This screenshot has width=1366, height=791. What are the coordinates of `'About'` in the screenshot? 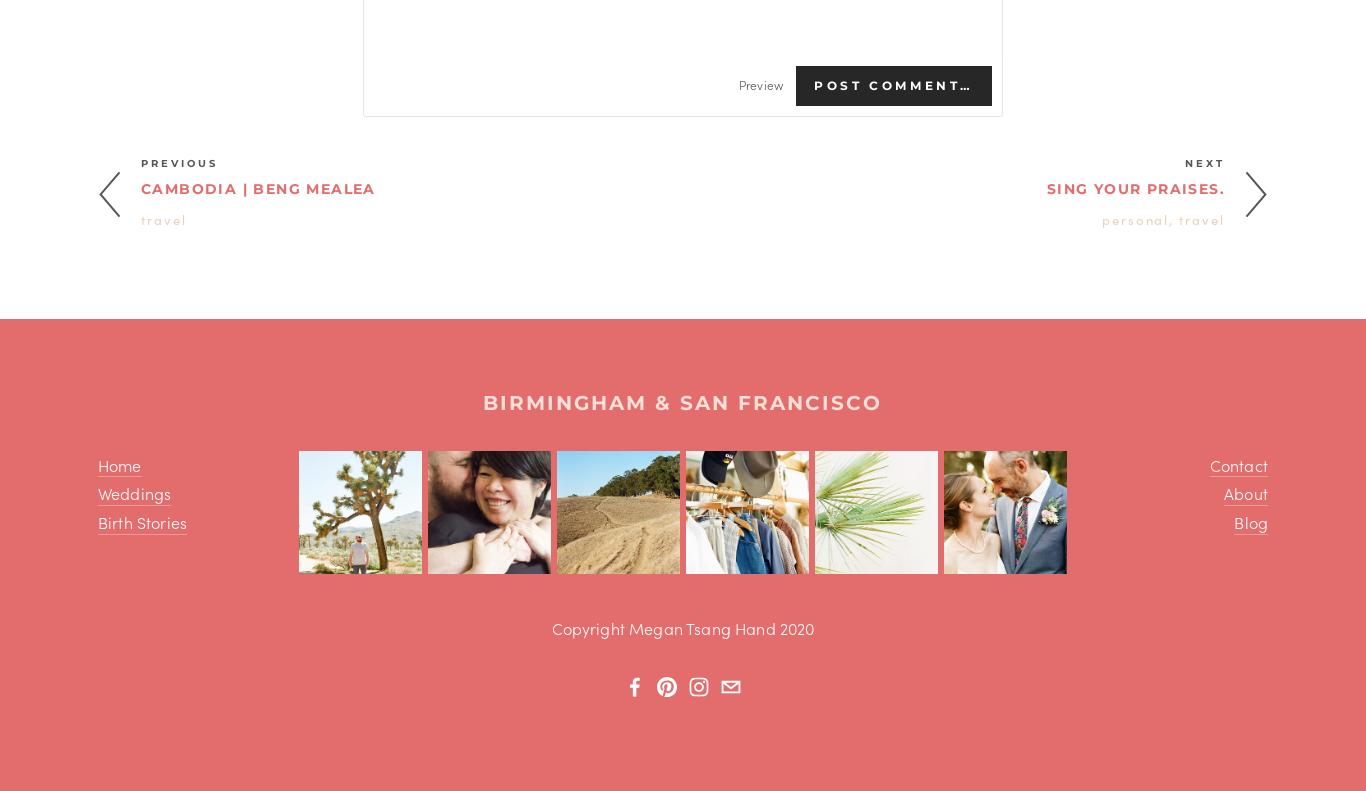 It's located at (1245, 492).